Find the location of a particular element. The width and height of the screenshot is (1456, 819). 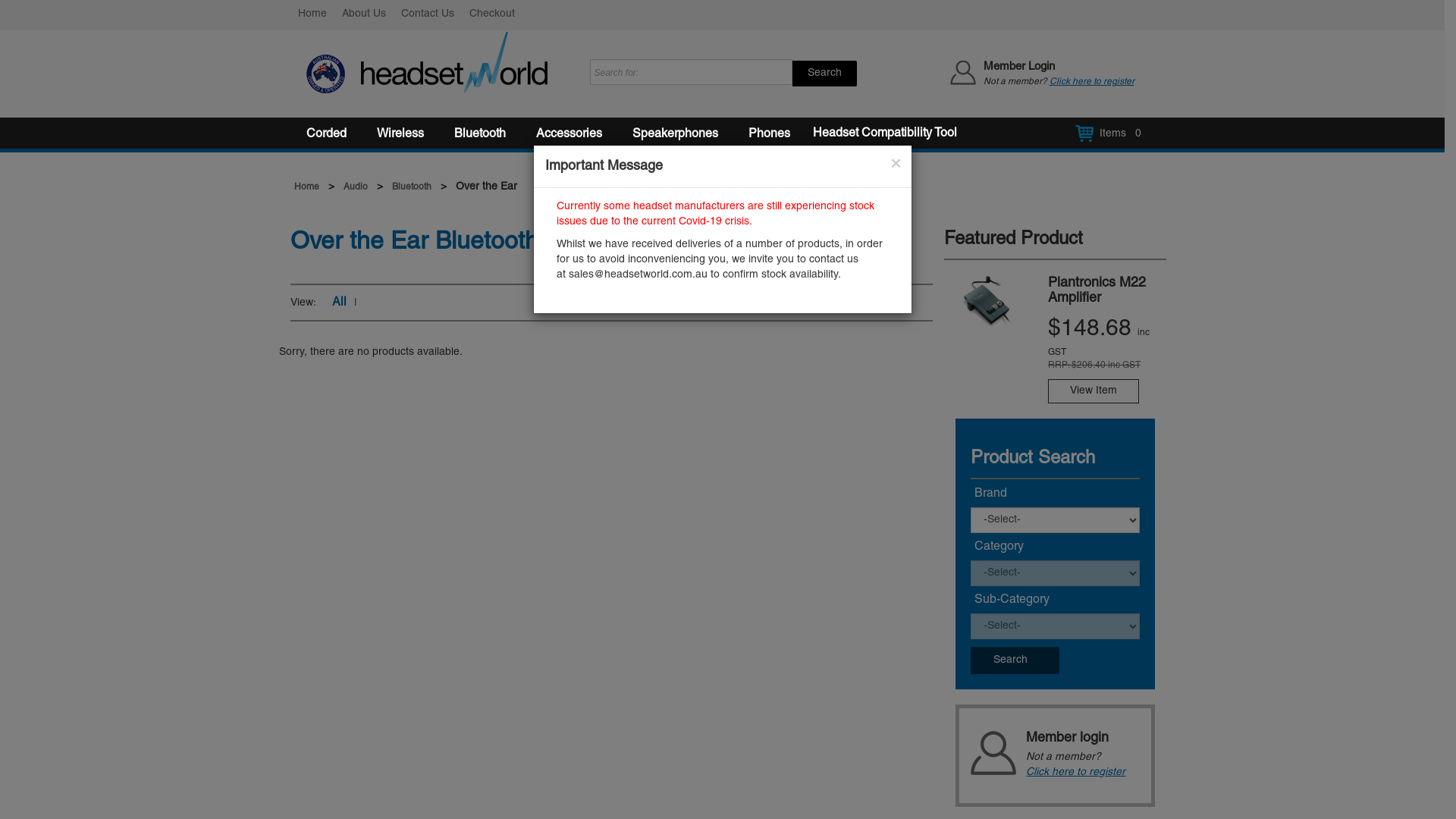

'View Item' is located at coordinates (1093, 391).